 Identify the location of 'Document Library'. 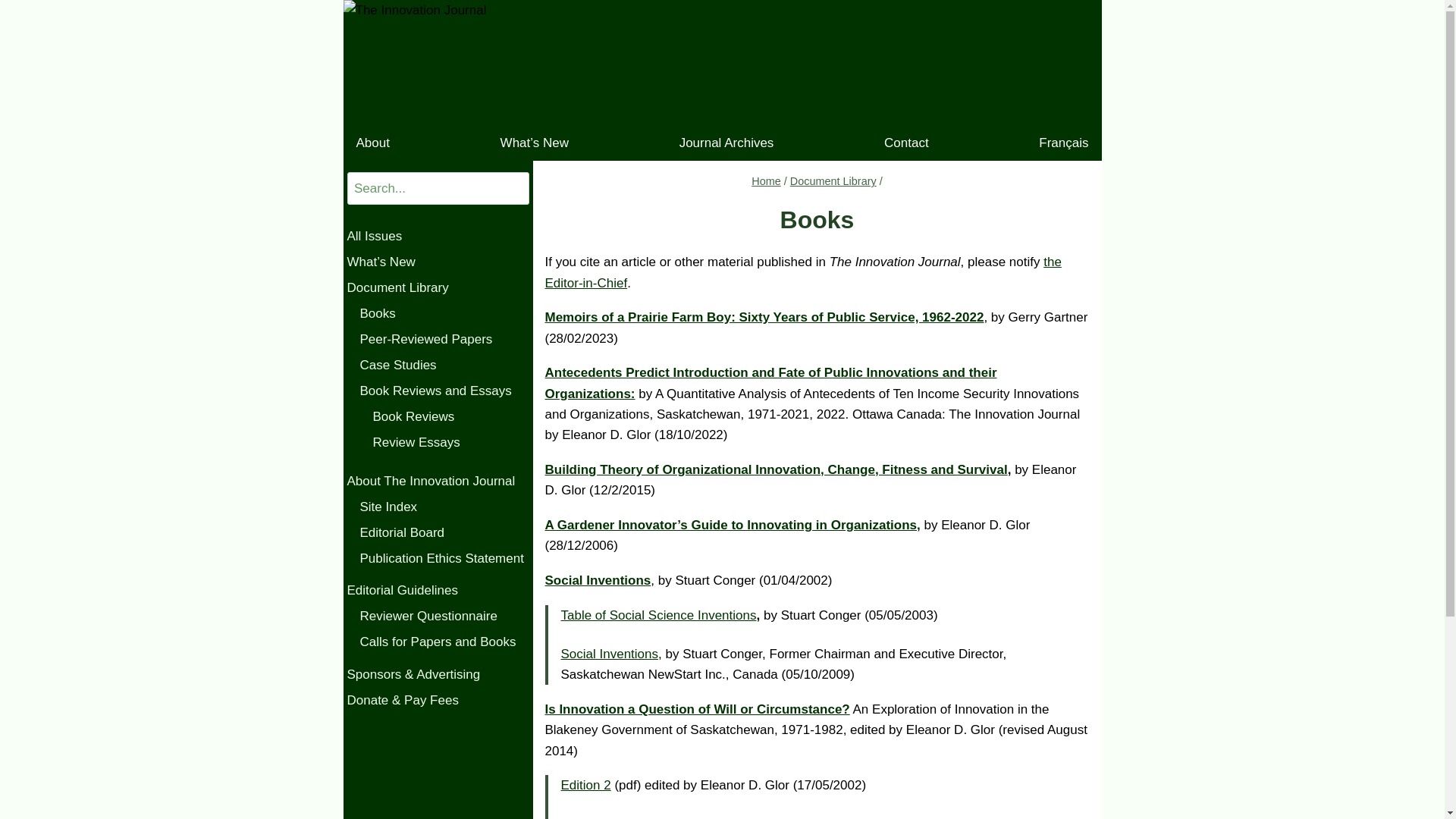
(833, 180).